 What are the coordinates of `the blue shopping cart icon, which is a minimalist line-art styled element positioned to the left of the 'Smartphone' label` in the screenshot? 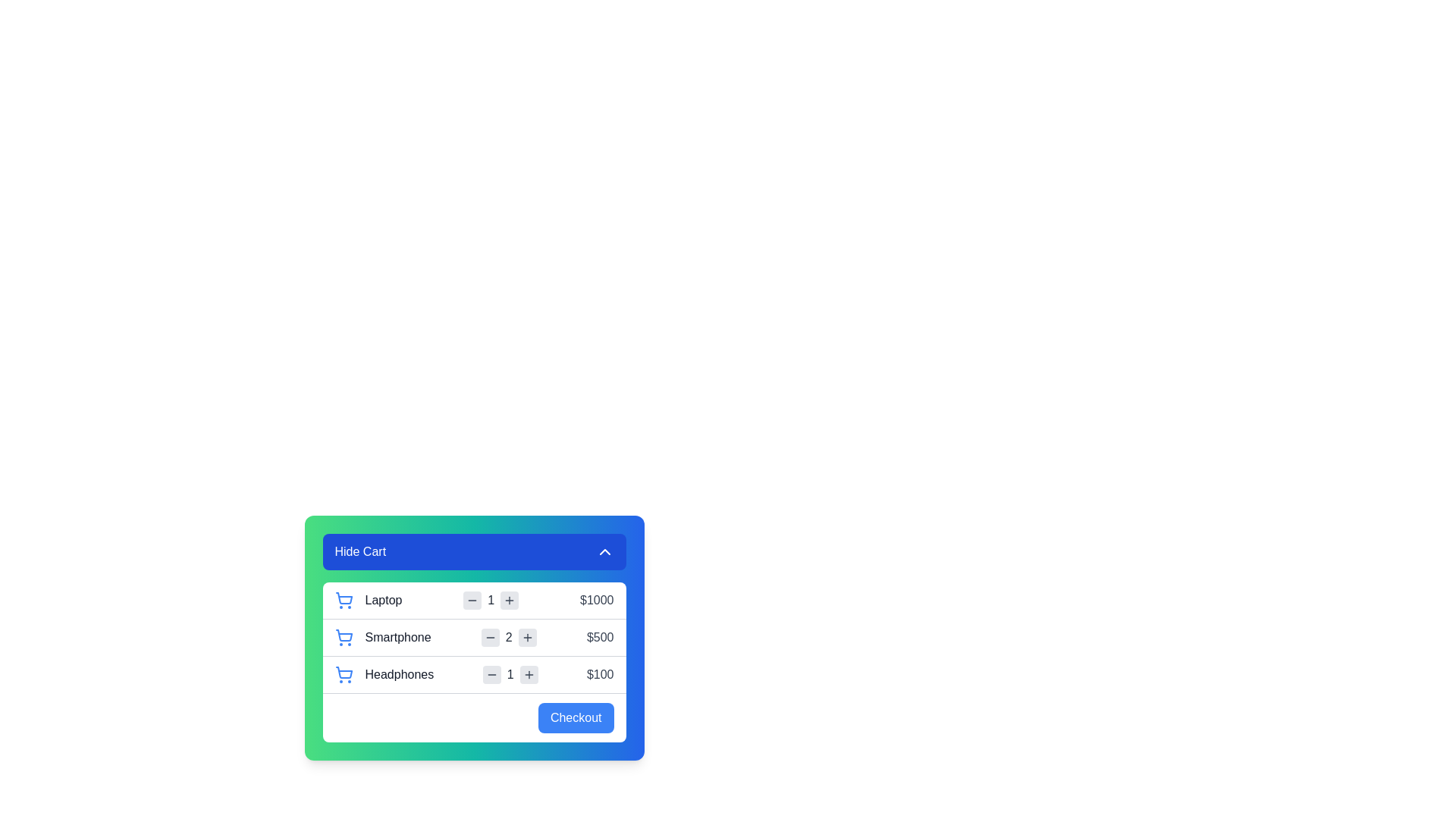 It's located at (343, 637).